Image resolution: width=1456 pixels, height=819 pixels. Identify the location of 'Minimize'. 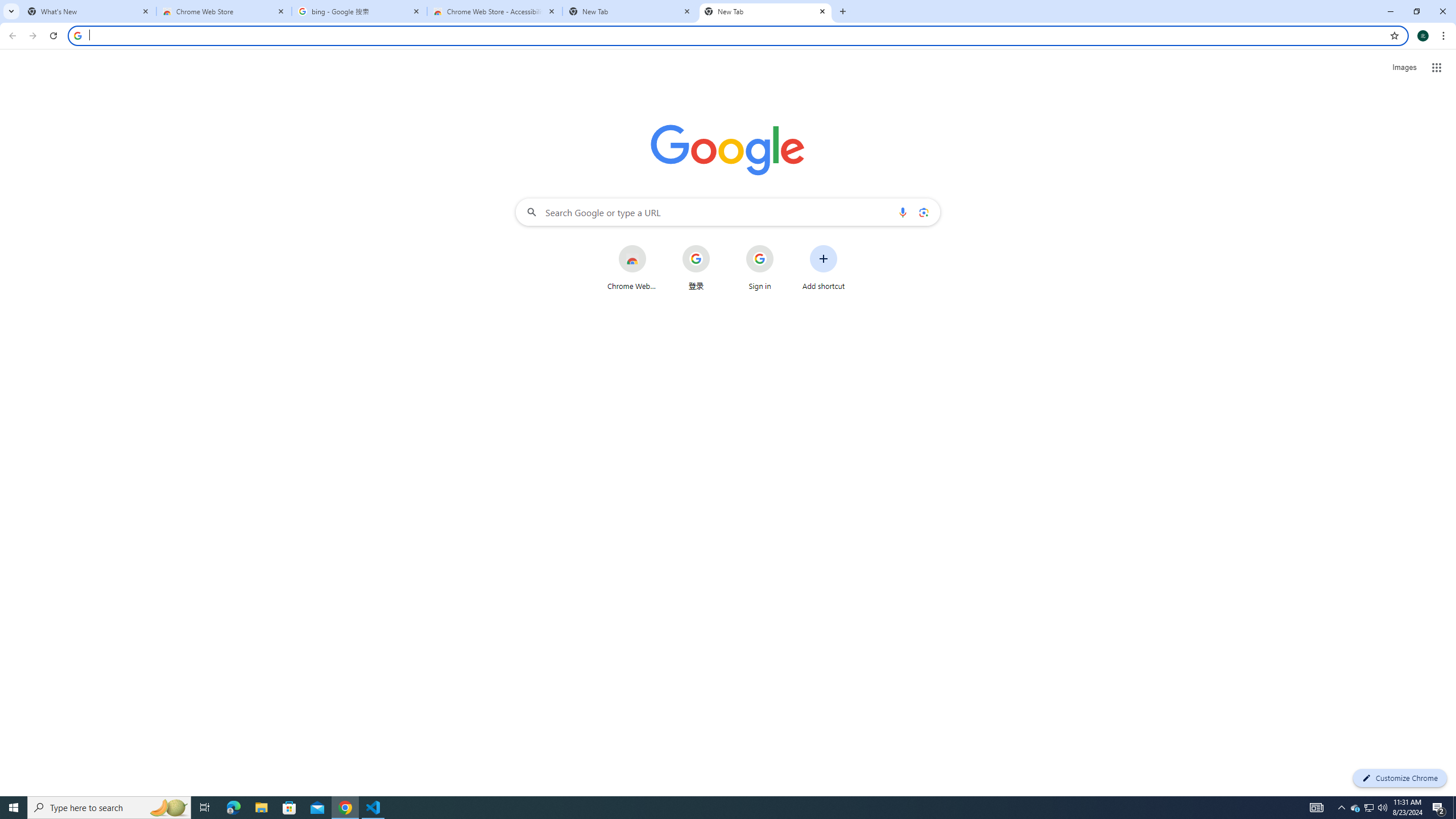
(1389, 11).